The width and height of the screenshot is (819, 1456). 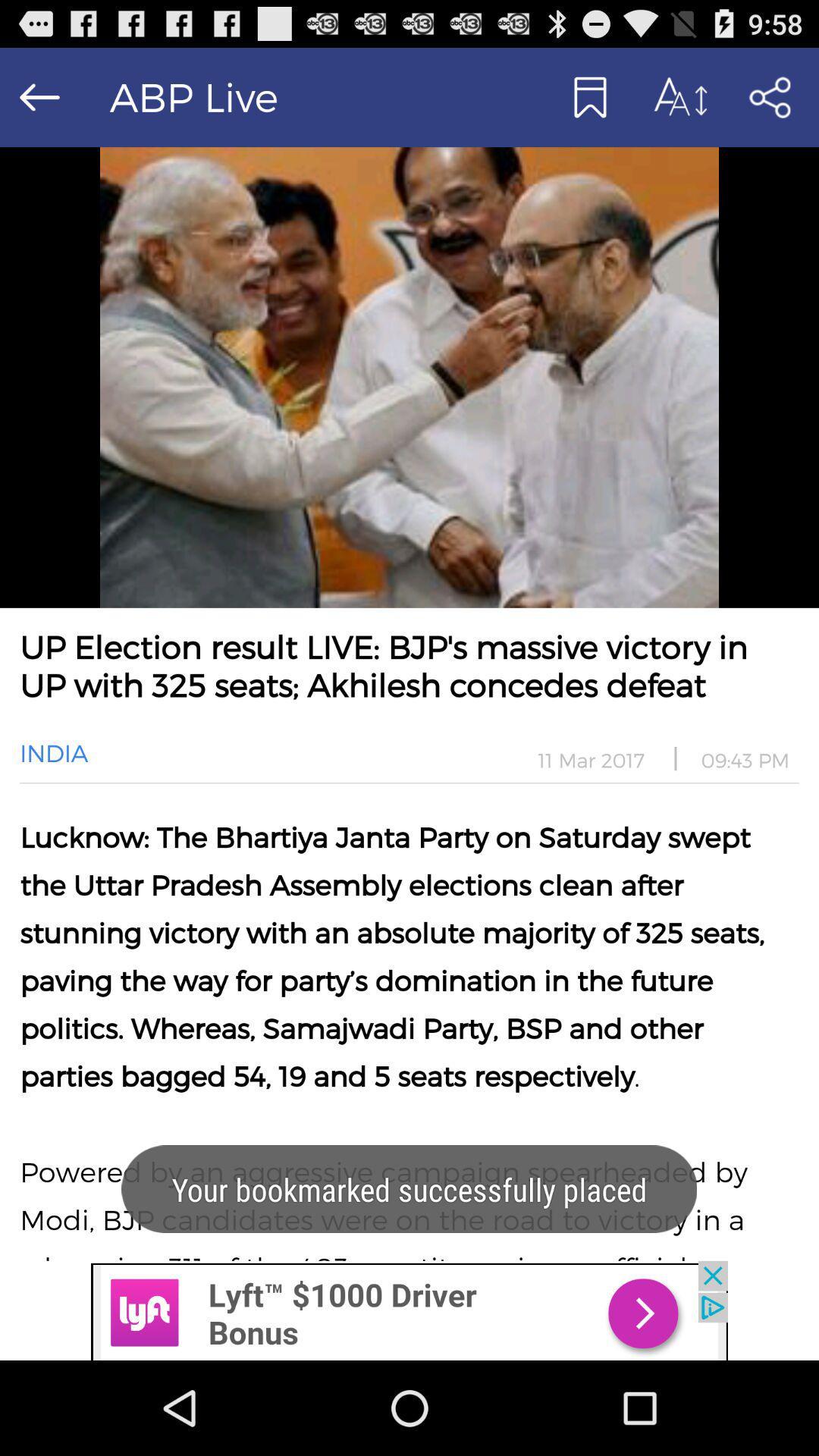 What do you see at coordinates (39, 103) in the screenshot?
I see `the arrow_backward icon` at bounding box center [39, 103].